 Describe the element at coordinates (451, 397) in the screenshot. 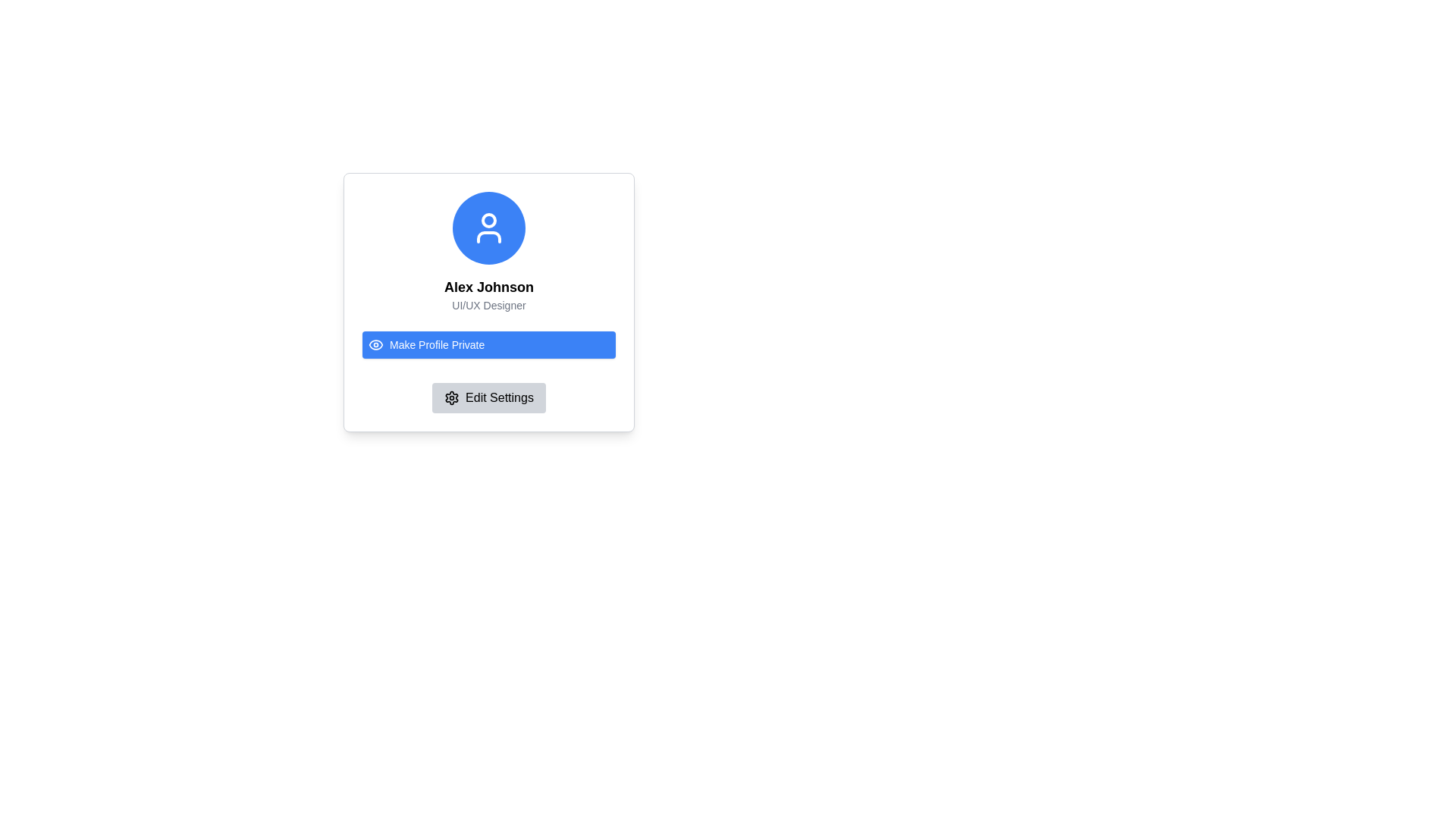

I see `the gear icon that symbolizes settings, located to the left of the 'Edit Settings' button in the lower section of the profile card` at that location.